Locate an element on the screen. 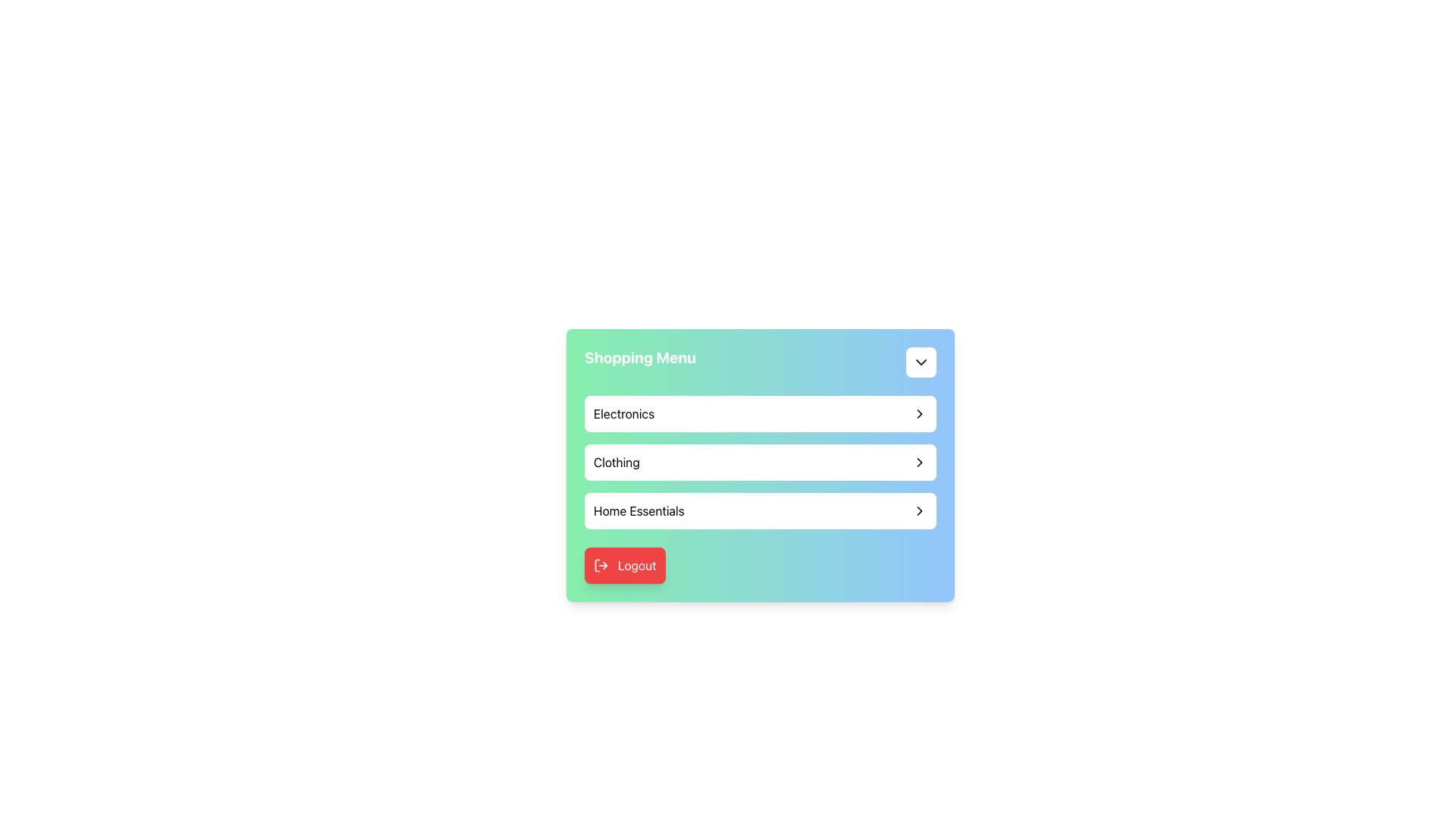  the right-pointing chevron icon positioned to the right of the 'Clothing' list item to receive visual feedback is located at coordinates (919, 461).